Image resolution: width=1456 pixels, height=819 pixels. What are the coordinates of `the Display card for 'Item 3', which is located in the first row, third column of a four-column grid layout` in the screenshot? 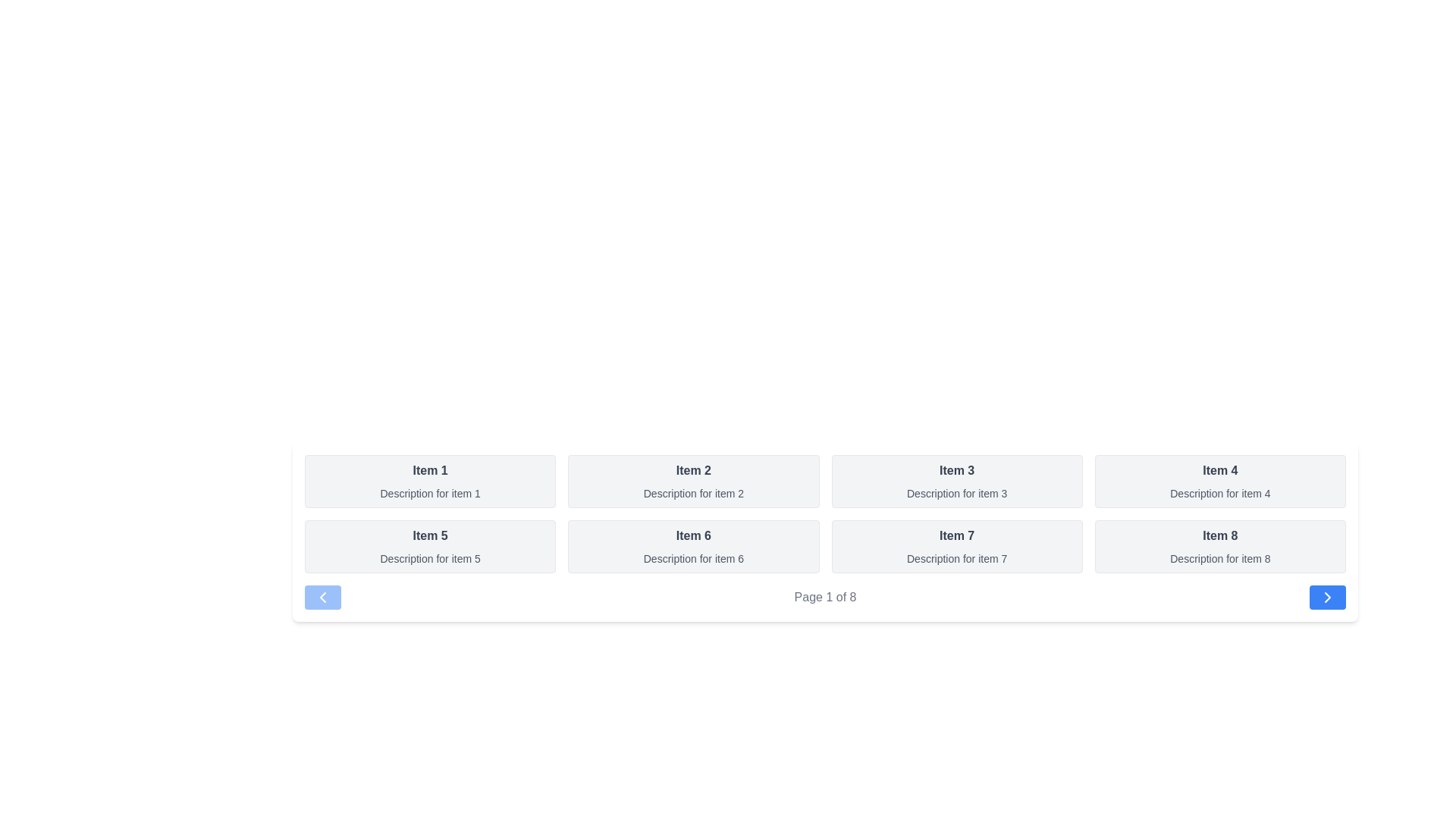 It's located at (956, 482).